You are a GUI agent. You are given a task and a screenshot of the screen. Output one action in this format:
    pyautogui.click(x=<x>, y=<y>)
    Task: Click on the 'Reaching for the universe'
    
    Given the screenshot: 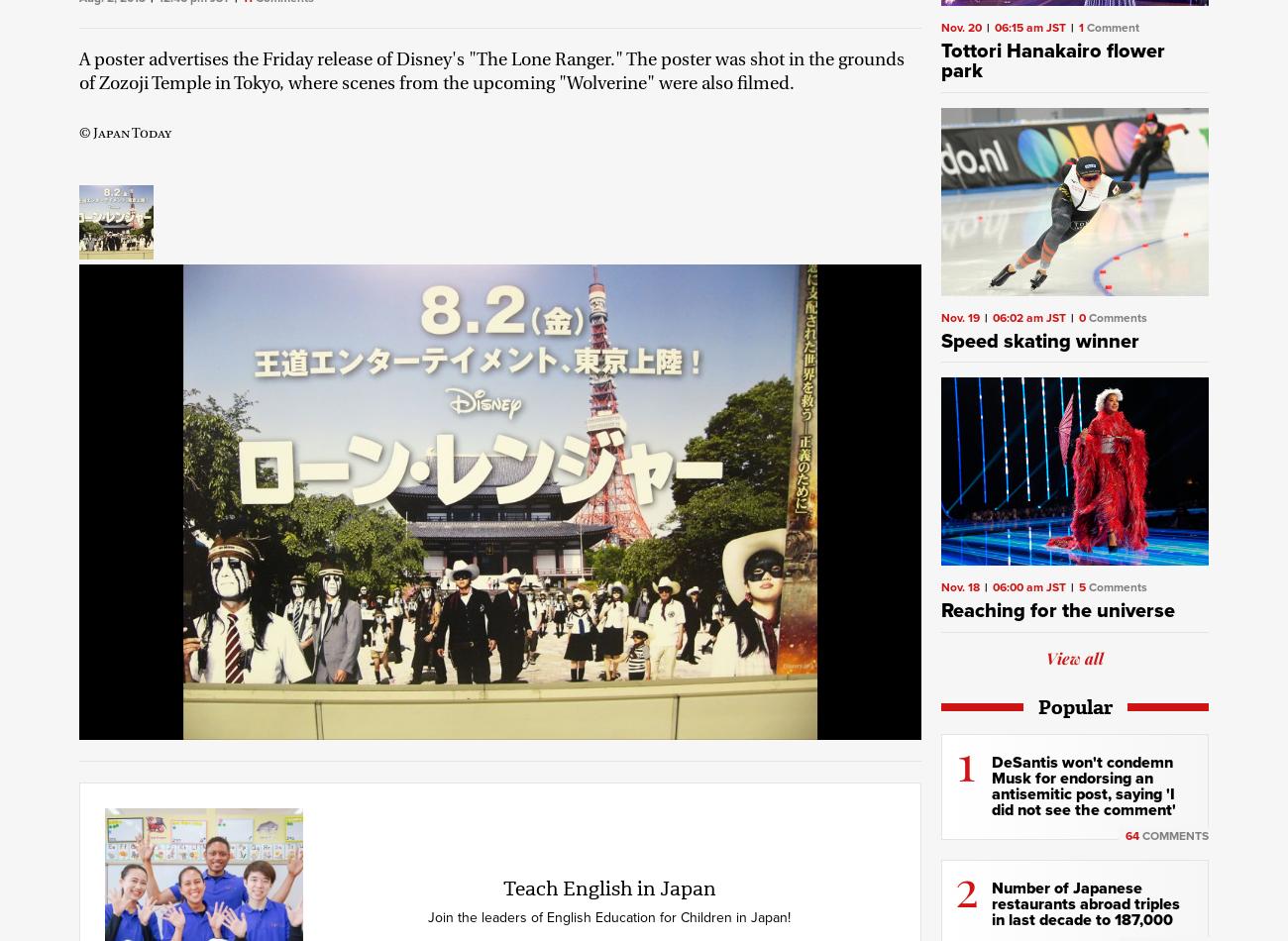 What is the action you would take?
    pyautogui.click(x=1057, y=611)
    